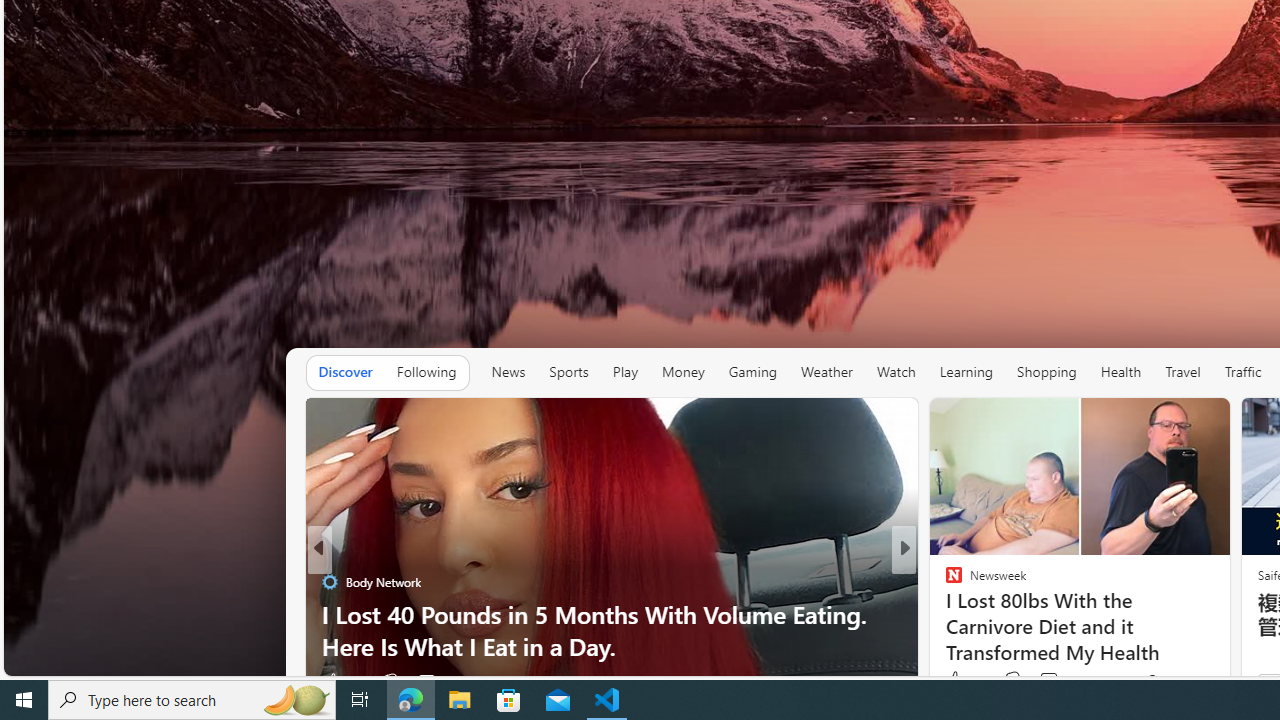  Describe the element at coordinates (958, 680) in the screenshot. I see `'194 Like'` at that location.